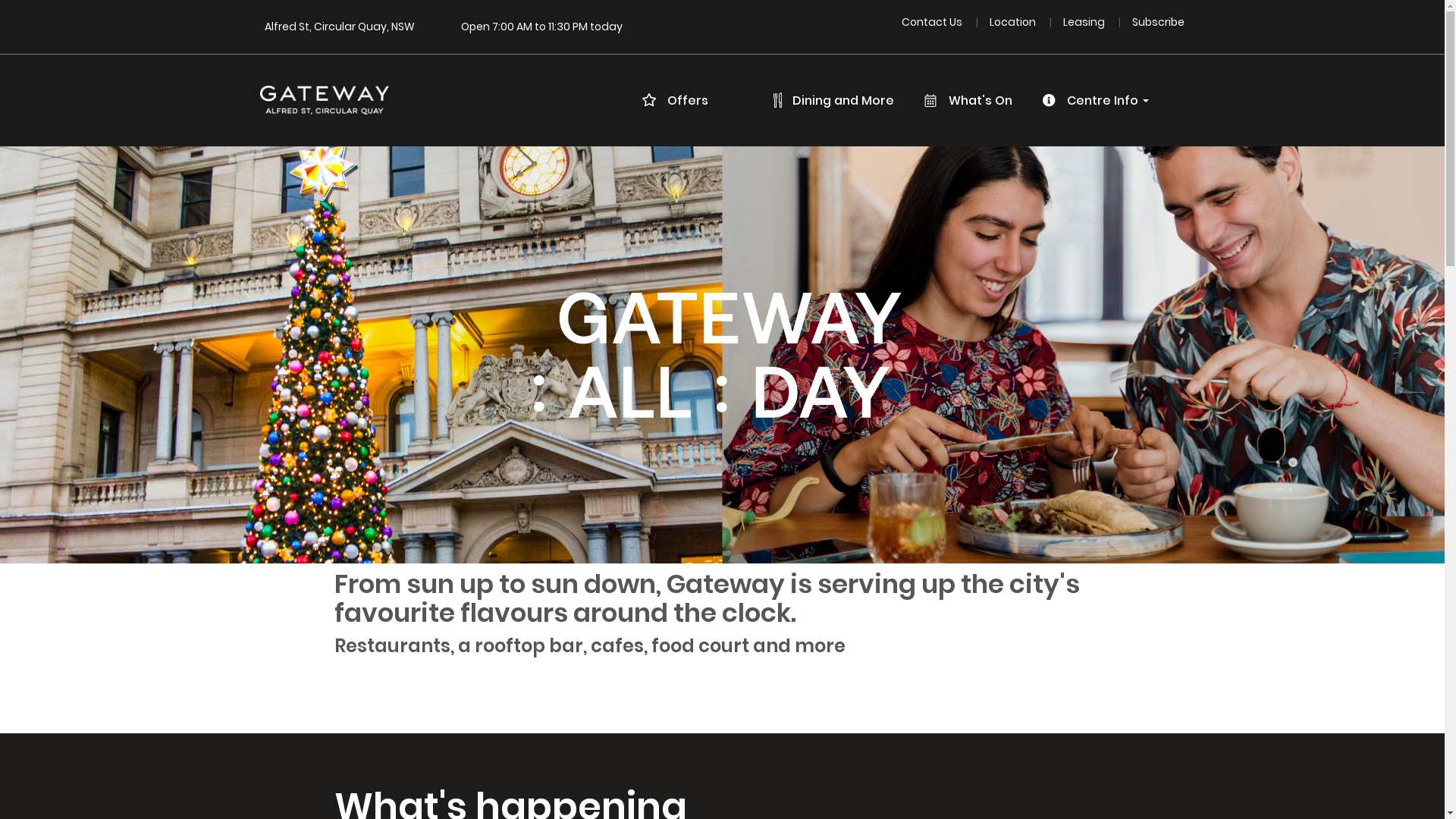 This screenshot has height=819, width=1456. Describe the element at coordinates (263, 26) in the screenshot. I see `'Alfred St, Circular Quay, NSW'` at that location.